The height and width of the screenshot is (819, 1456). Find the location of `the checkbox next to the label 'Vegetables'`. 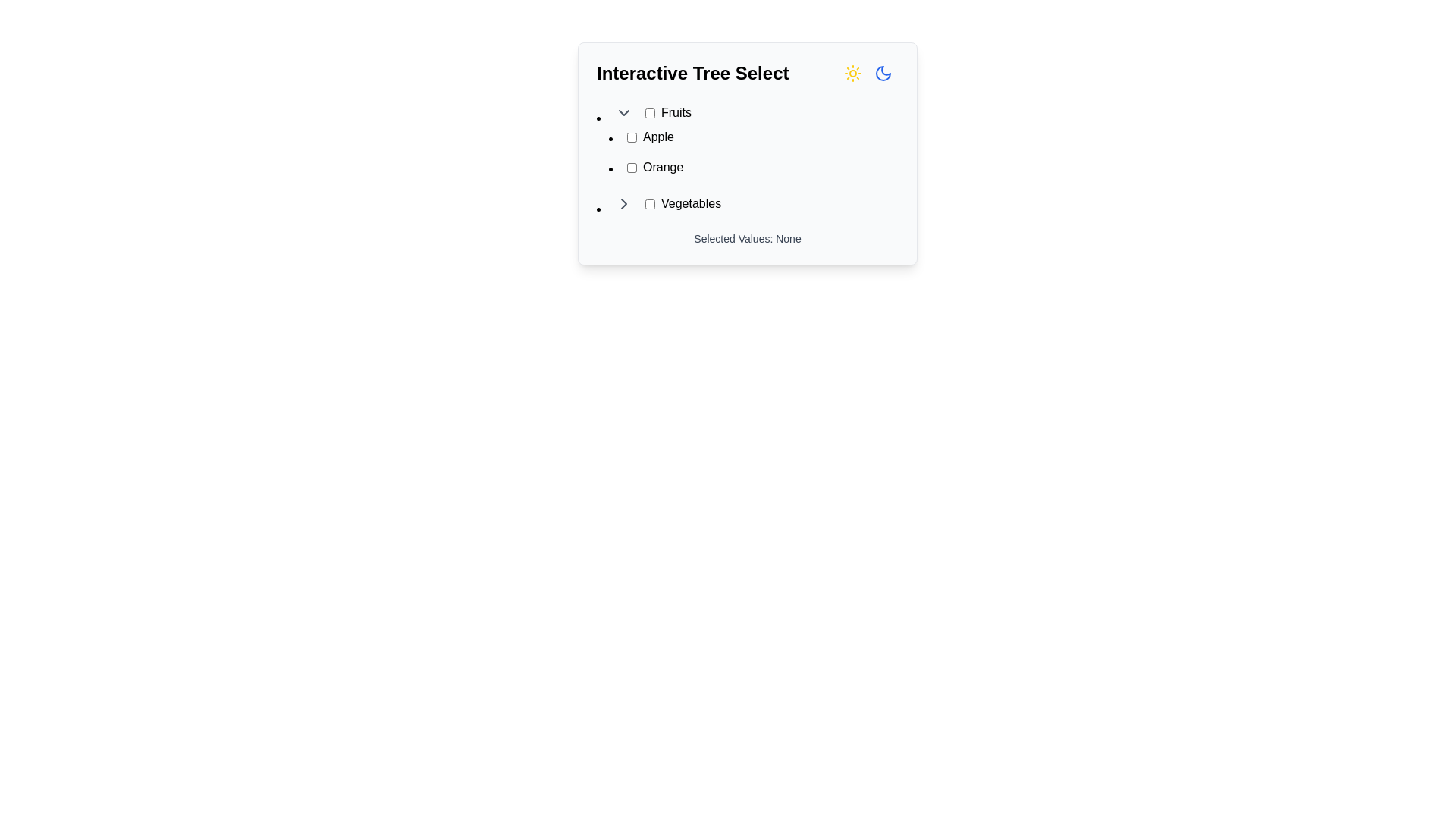

the checkbox next to the label 'Vegetables' is located at coordinates (650, 203).